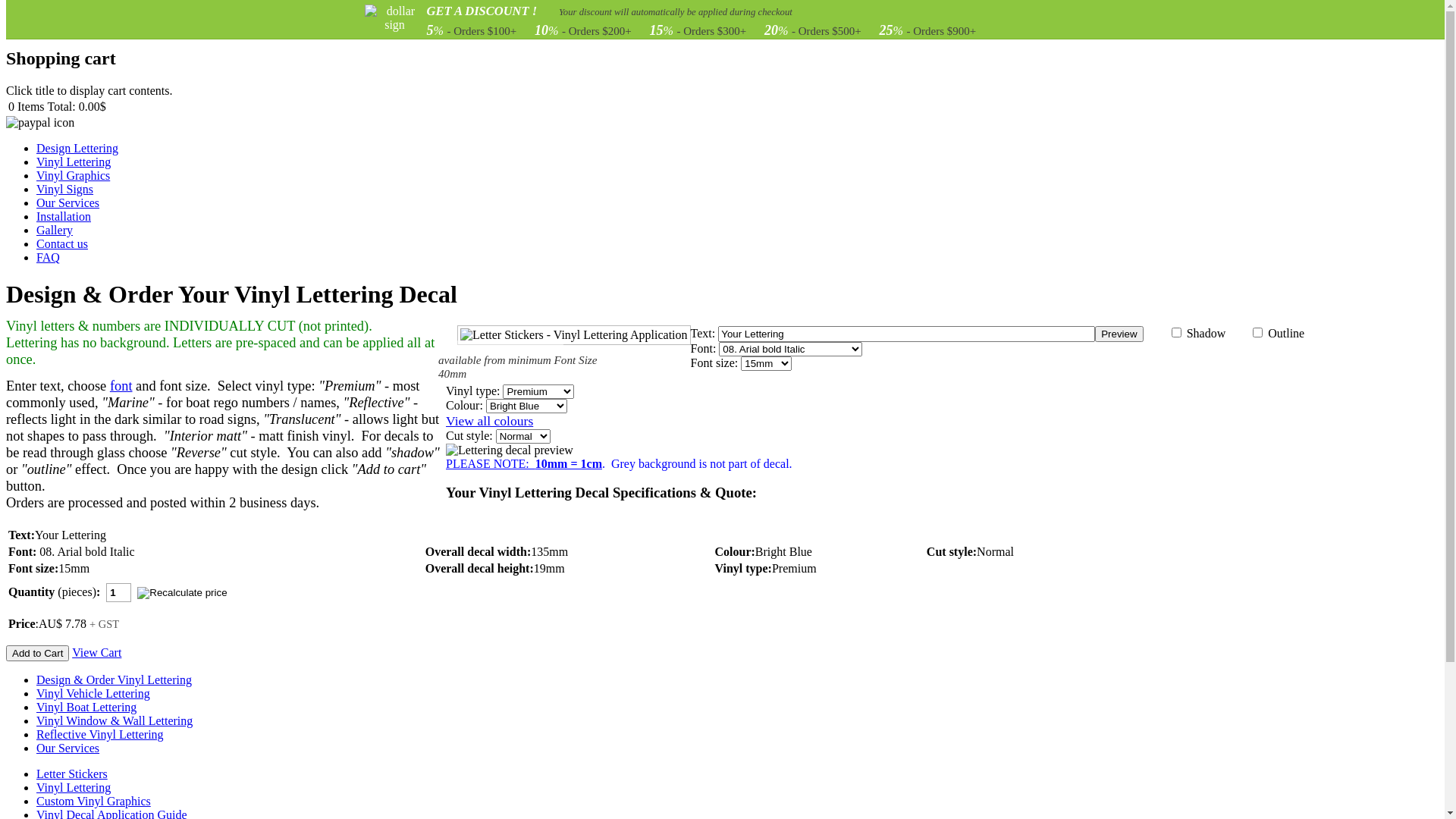 This screenshot has height=819, width=1456. Describe the element at coordinates (55, 230) in the screenshot. I see `'Gallery'` at that location.